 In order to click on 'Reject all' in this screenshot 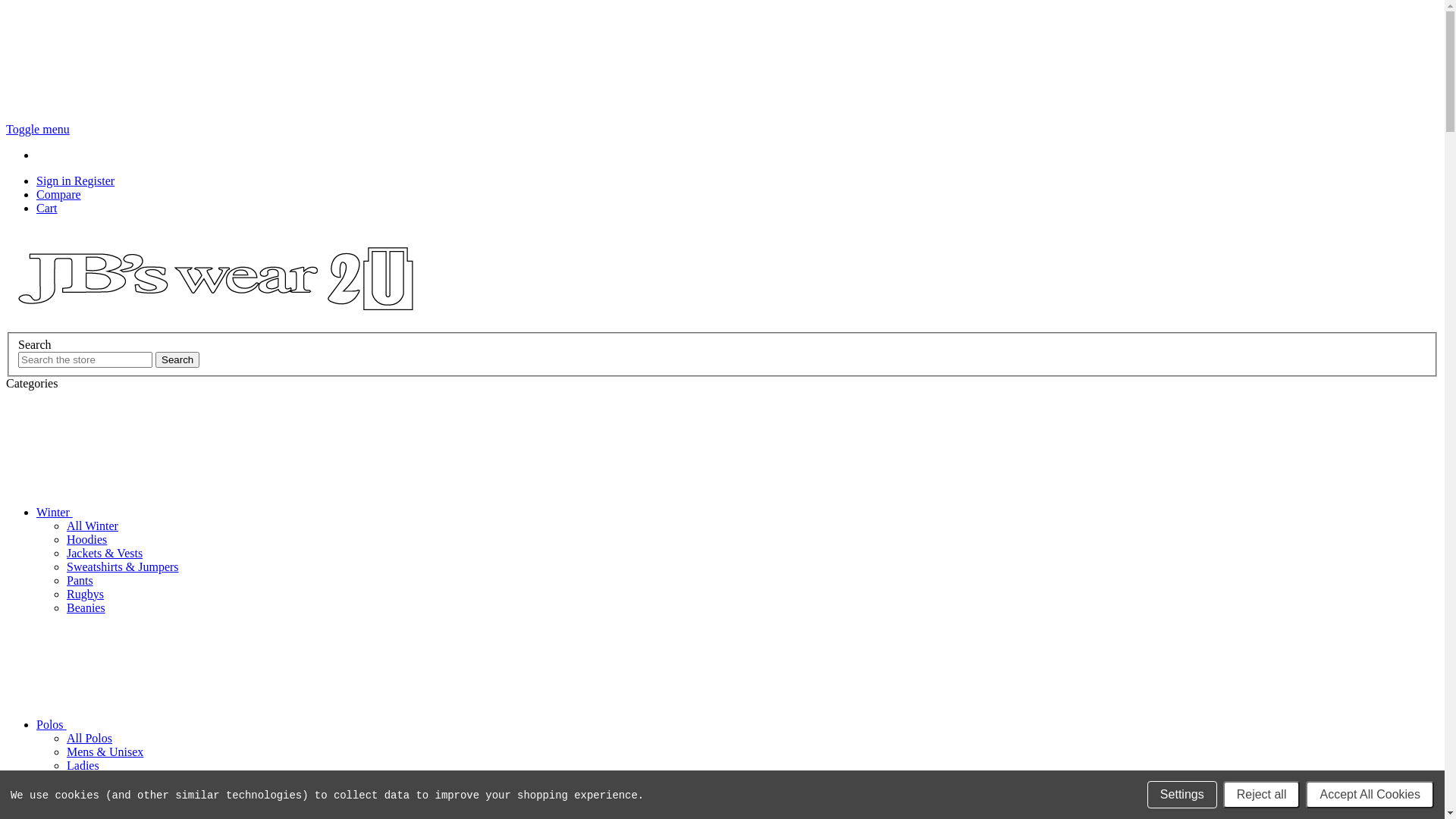, I will do `click(1262, 794)`.